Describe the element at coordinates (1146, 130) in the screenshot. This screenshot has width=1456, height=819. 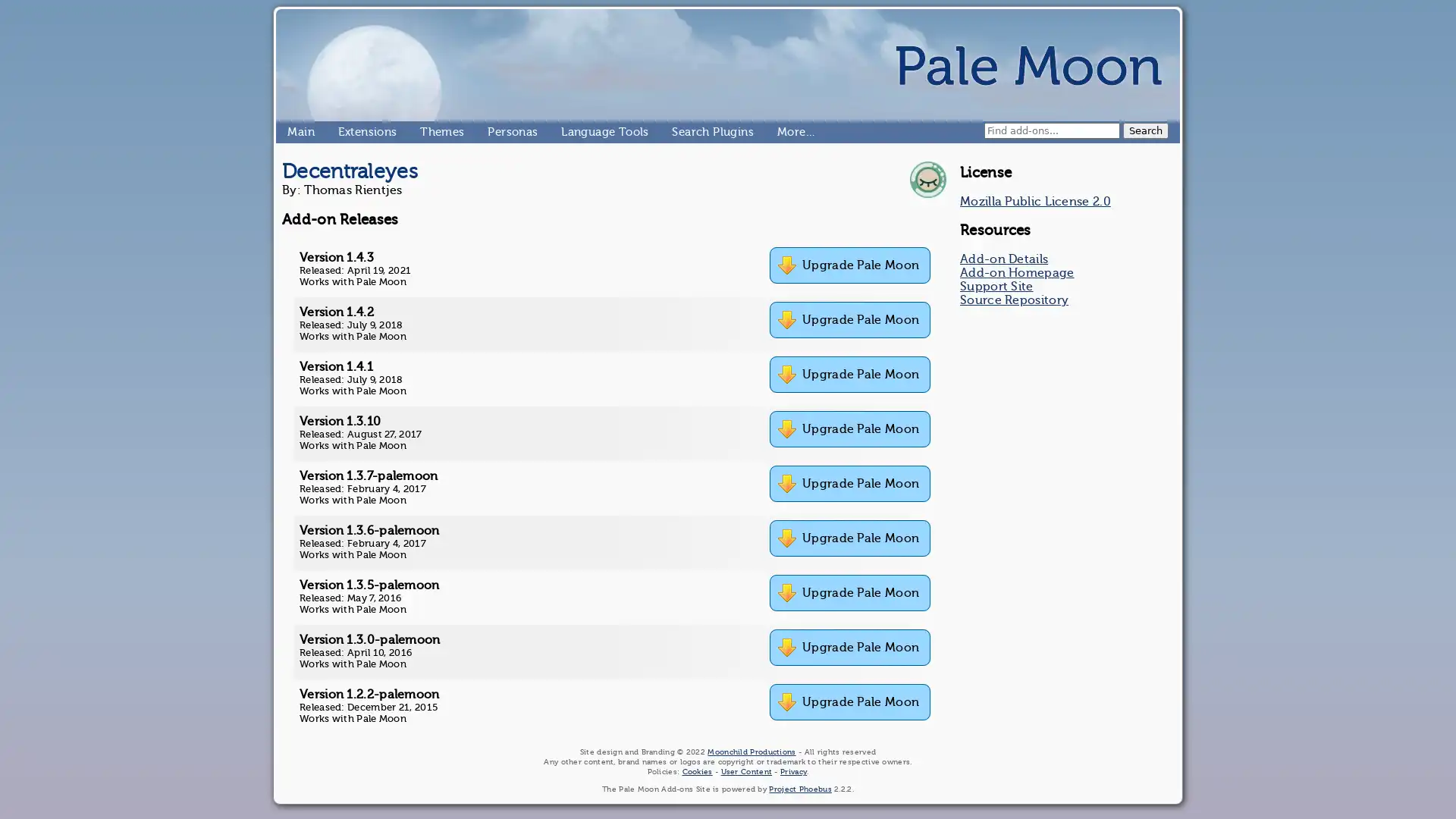
I see `Search` at that location.